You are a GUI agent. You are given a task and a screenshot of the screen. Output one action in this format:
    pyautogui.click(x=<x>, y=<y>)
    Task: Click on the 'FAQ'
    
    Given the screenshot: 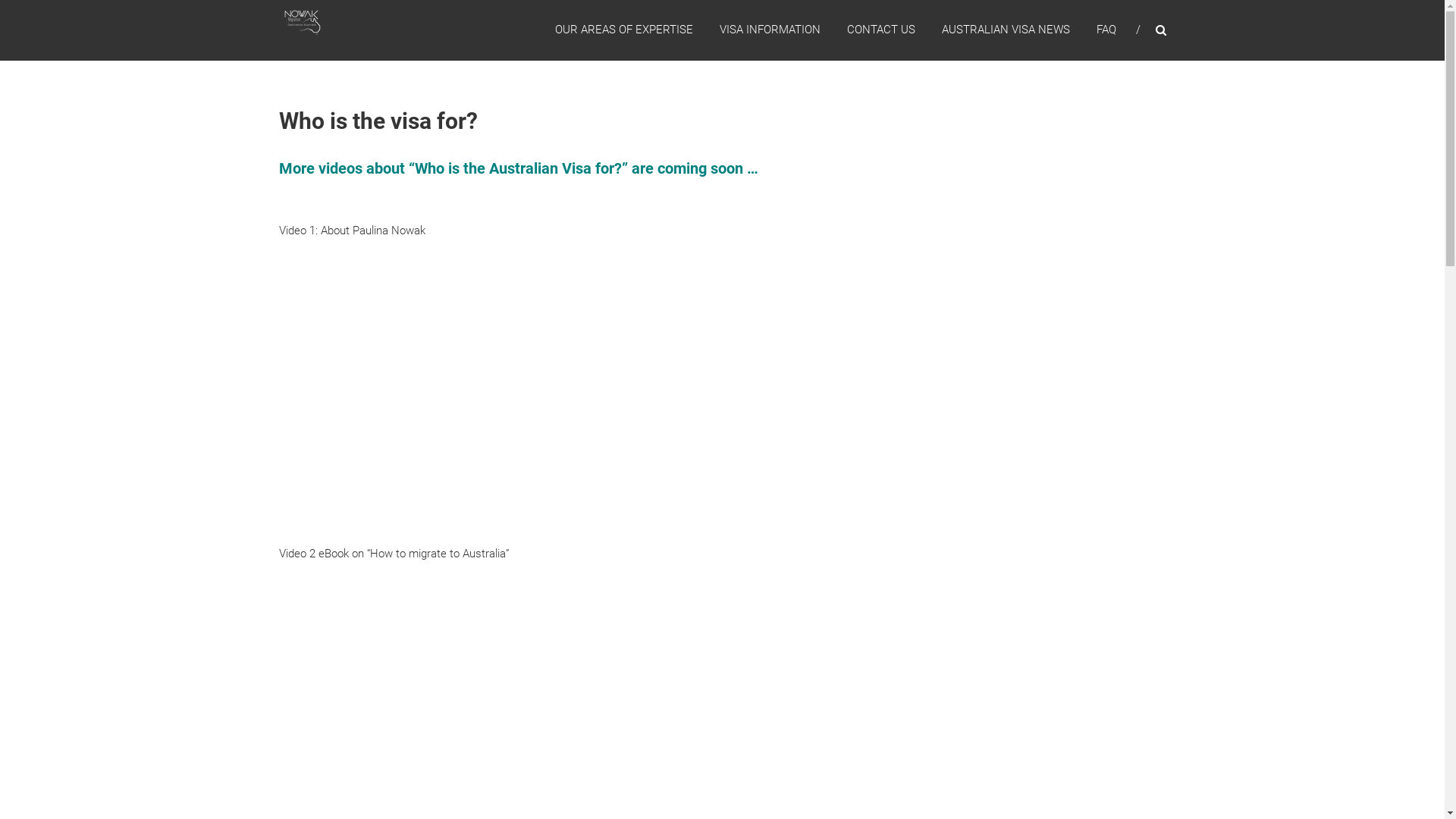 What is the action you would take?
    pyautogui.click(x=1106, y=29)
    